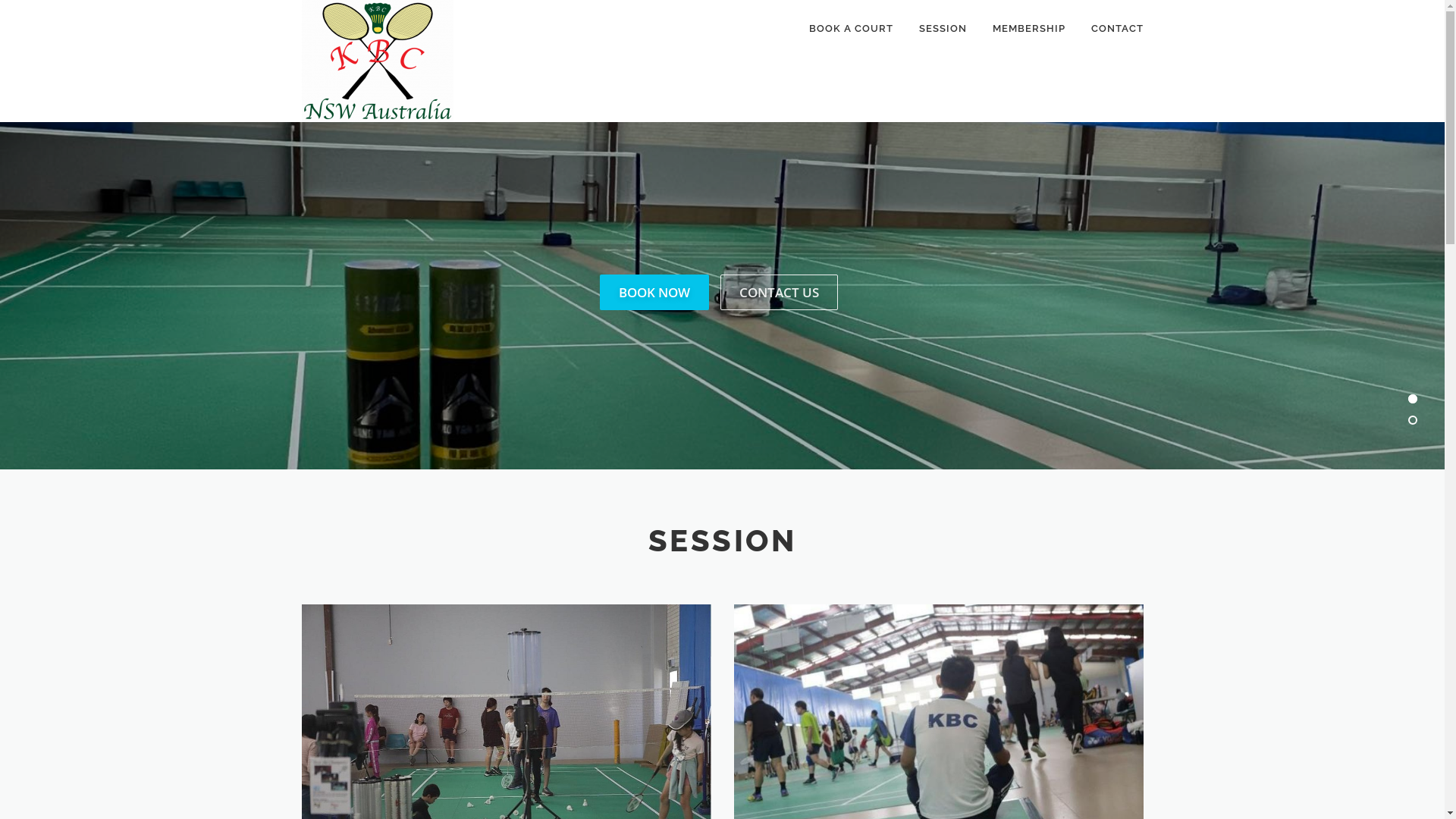  What do you see at coordinates (654, 292) in the screenshot?
I see `'BOOK NOW'` at bounding box center [654, 292].